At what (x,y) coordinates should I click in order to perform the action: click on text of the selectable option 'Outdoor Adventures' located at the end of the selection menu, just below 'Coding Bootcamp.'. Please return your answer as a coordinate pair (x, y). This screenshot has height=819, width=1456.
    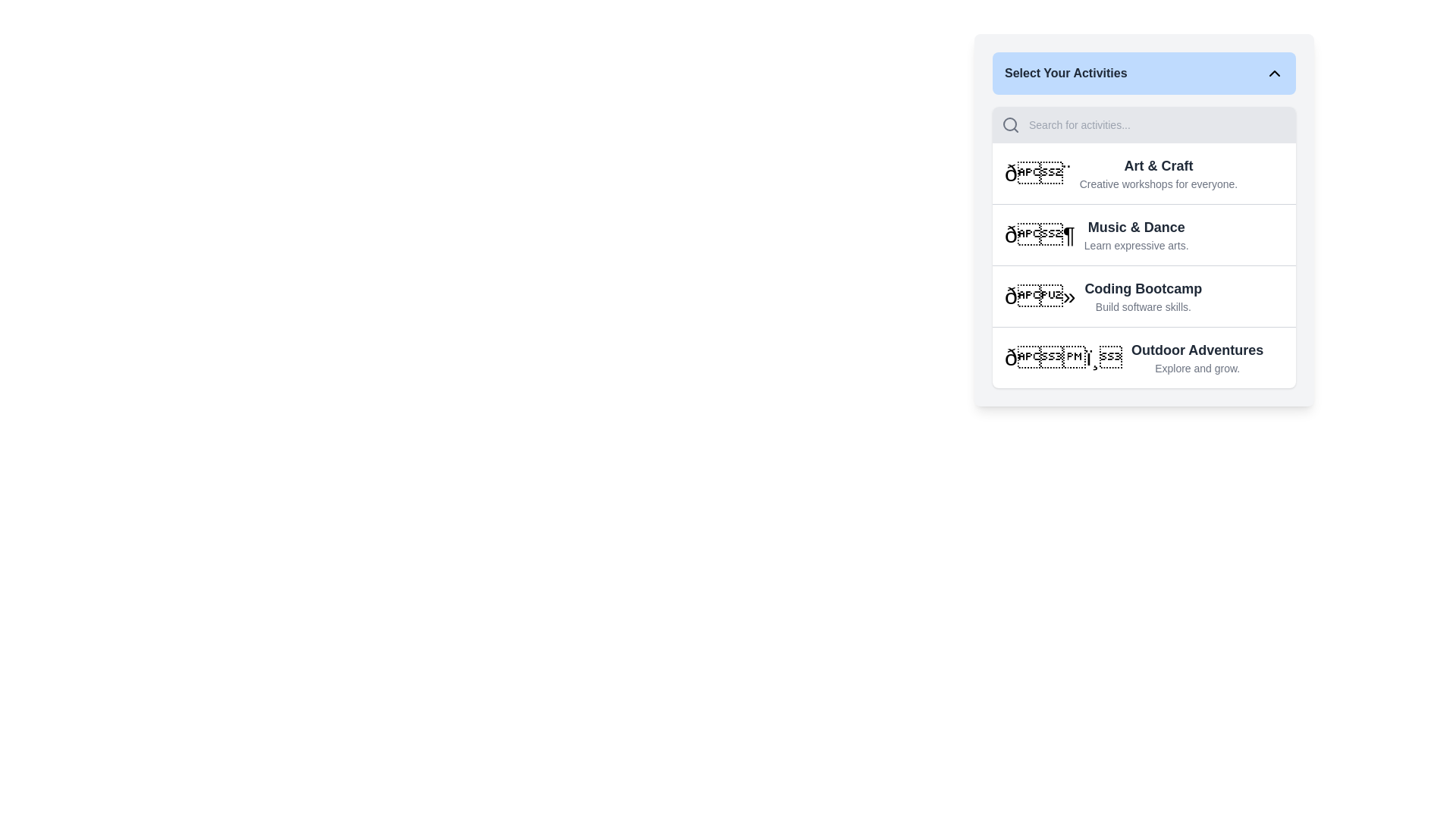
    Looking at the image, I should click on (1197, 357).